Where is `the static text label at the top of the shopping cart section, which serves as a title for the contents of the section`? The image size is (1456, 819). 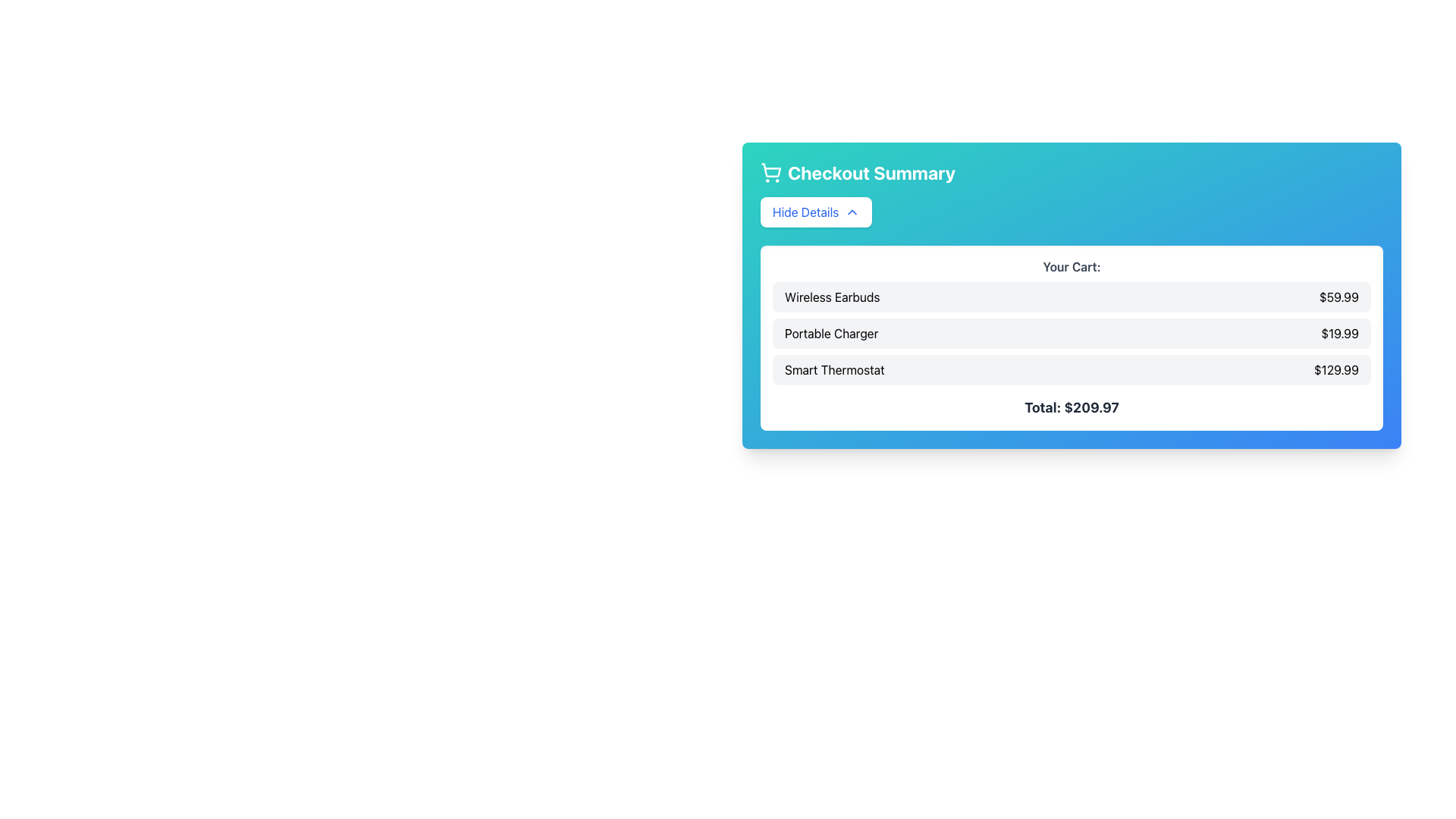 the static text label at the top of the shopping cart section, which serves as a title for the contents of the section is located at coordinates (1071, 265).